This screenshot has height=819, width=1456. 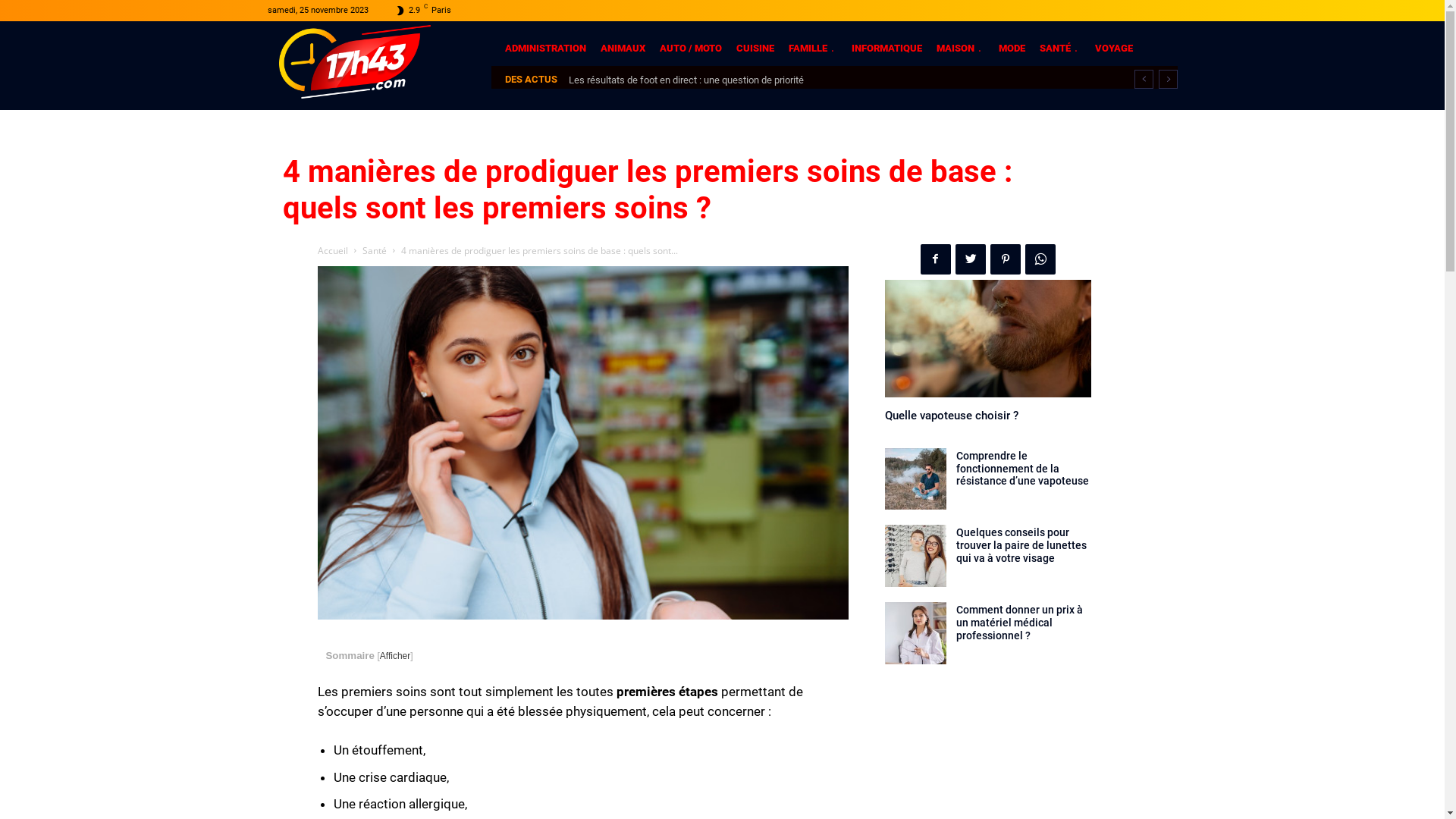 I want to click on 'Accueil', so click(x=331, y=249).